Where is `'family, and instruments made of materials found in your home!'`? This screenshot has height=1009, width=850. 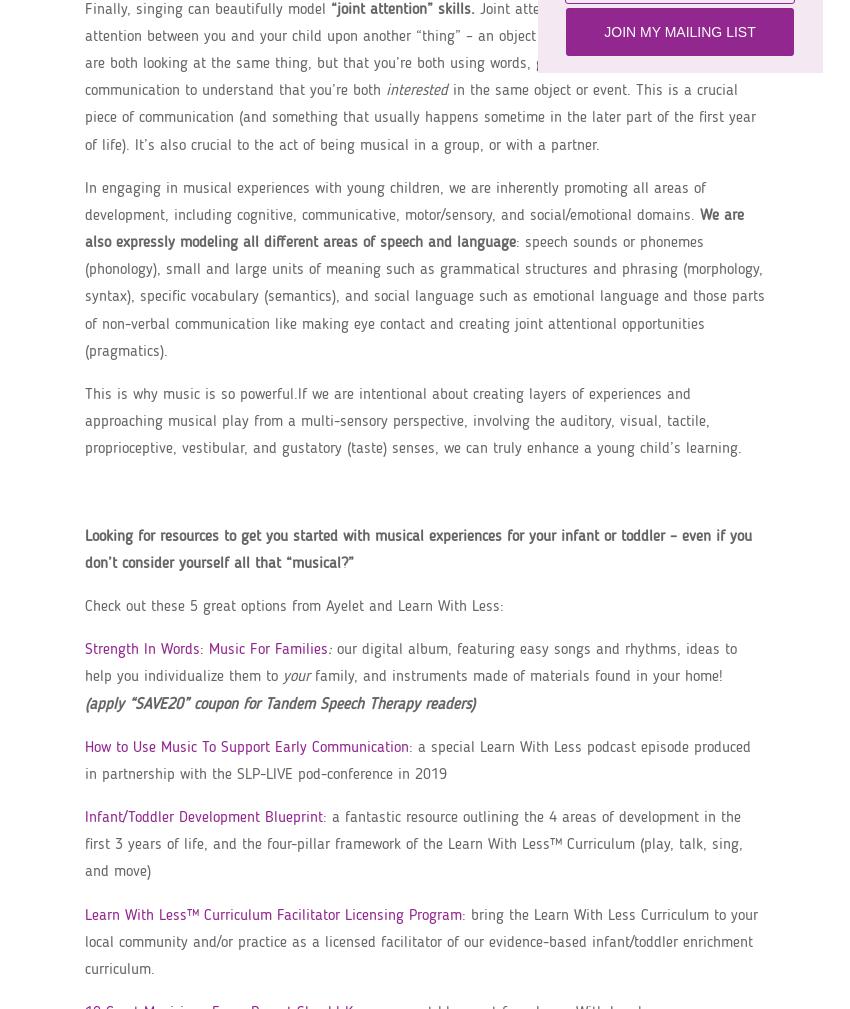
'family, and instruments made of materials found in your home!' is located at coordinates (309, 677).